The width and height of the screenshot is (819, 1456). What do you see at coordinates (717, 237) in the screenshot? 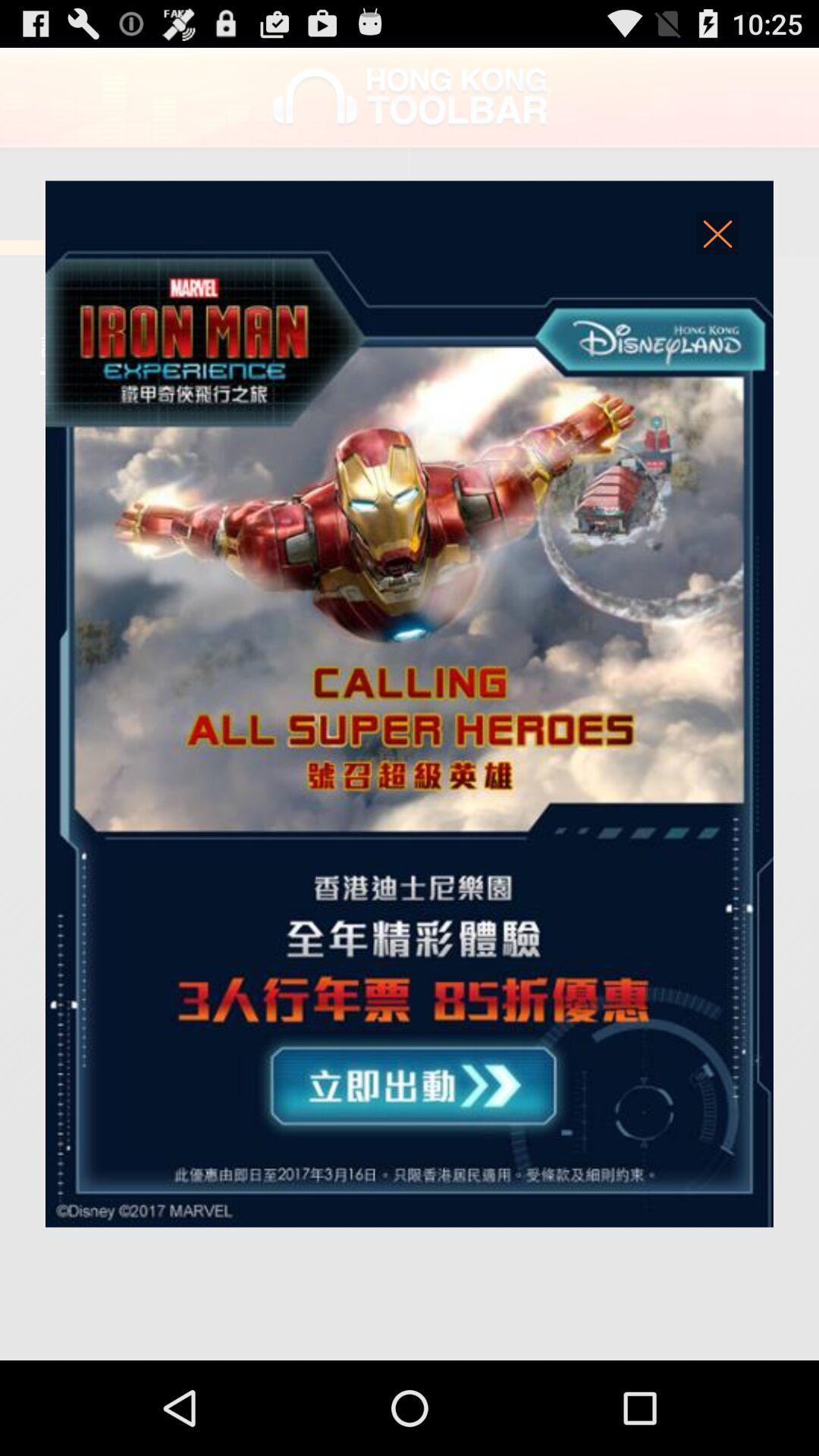
I see `advertisements` at bounding box center [717, 237].